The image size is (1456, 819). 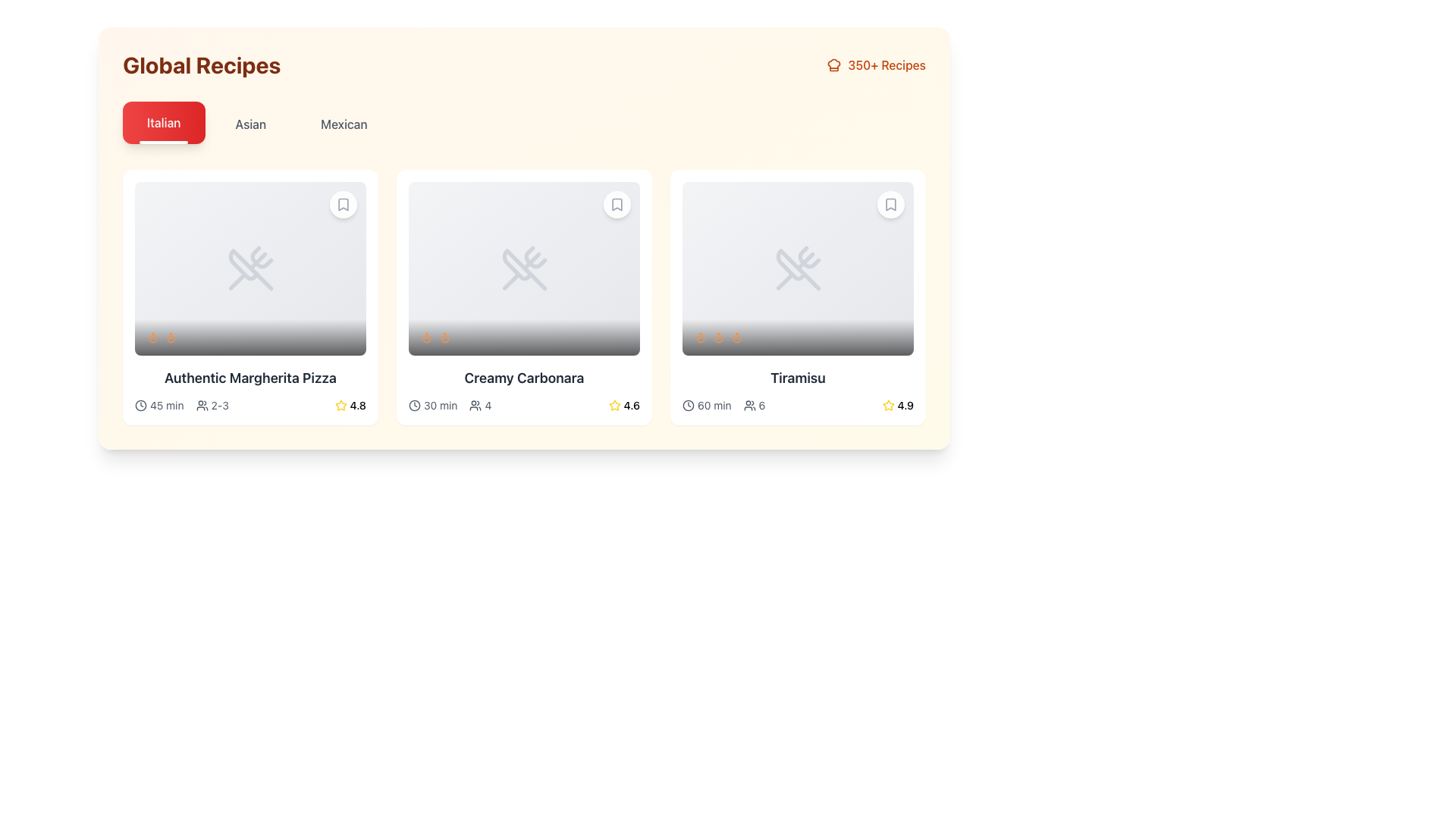 What do you see at coordinates (152, 335) in the screenshot?
I see `the orange flame icon located below the 'Authentic Margherita Pizza' card in the Italian recipes section` at bounding box center [152, 335].